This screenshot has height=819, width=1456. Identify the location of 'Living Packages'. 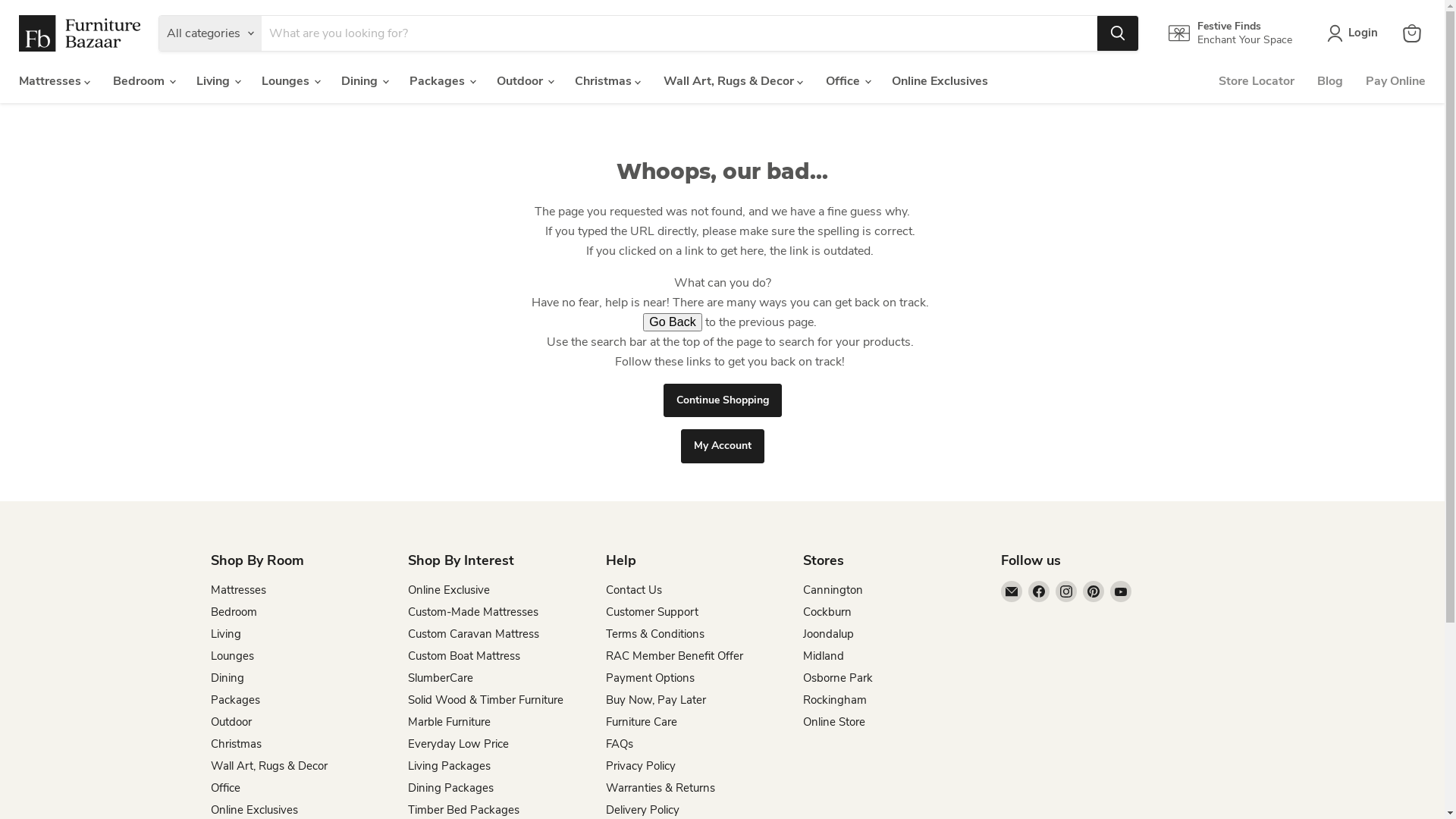
(448, 766).